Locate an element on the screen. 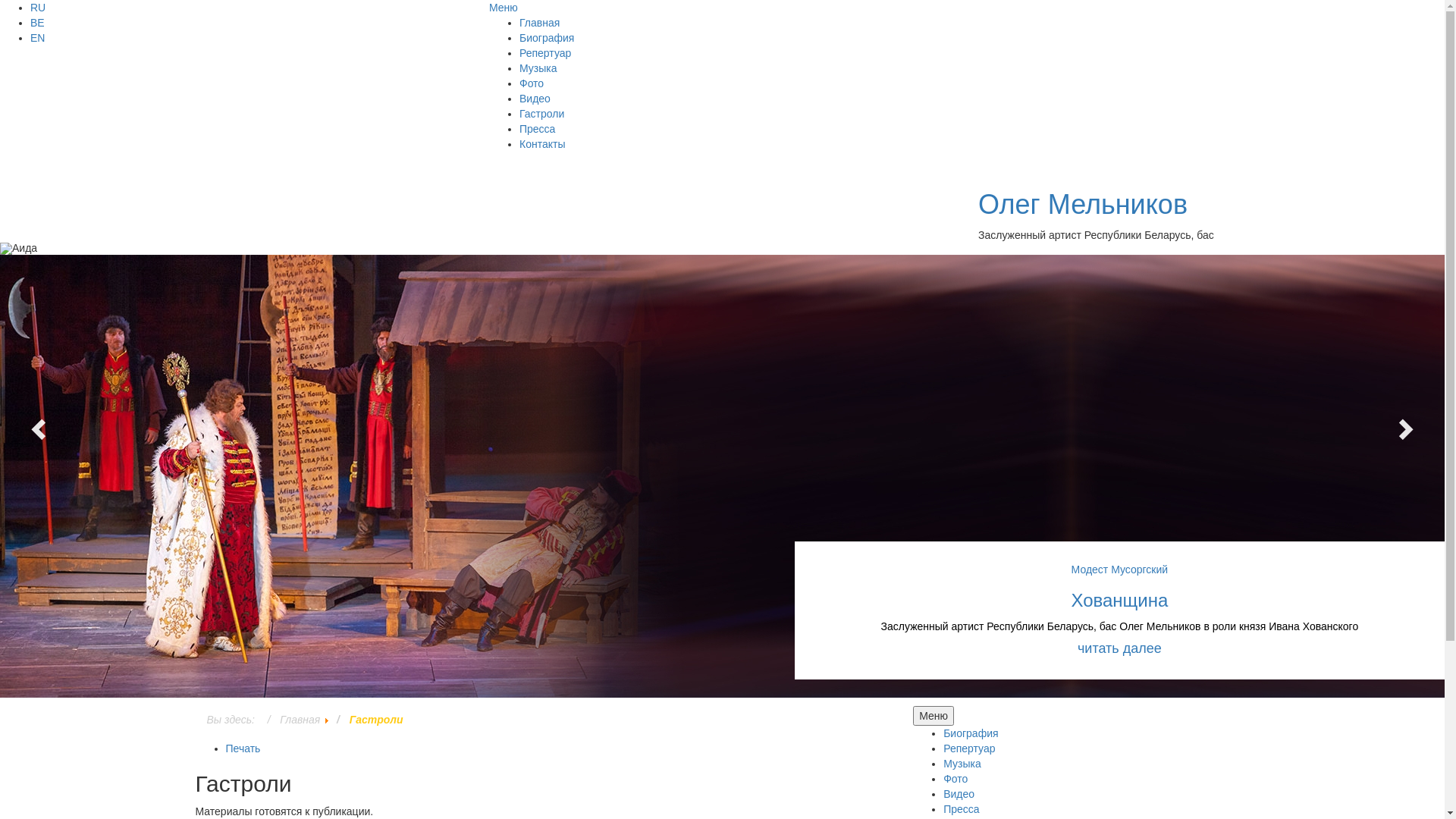  'BE' is located at coordinates (37, 23).